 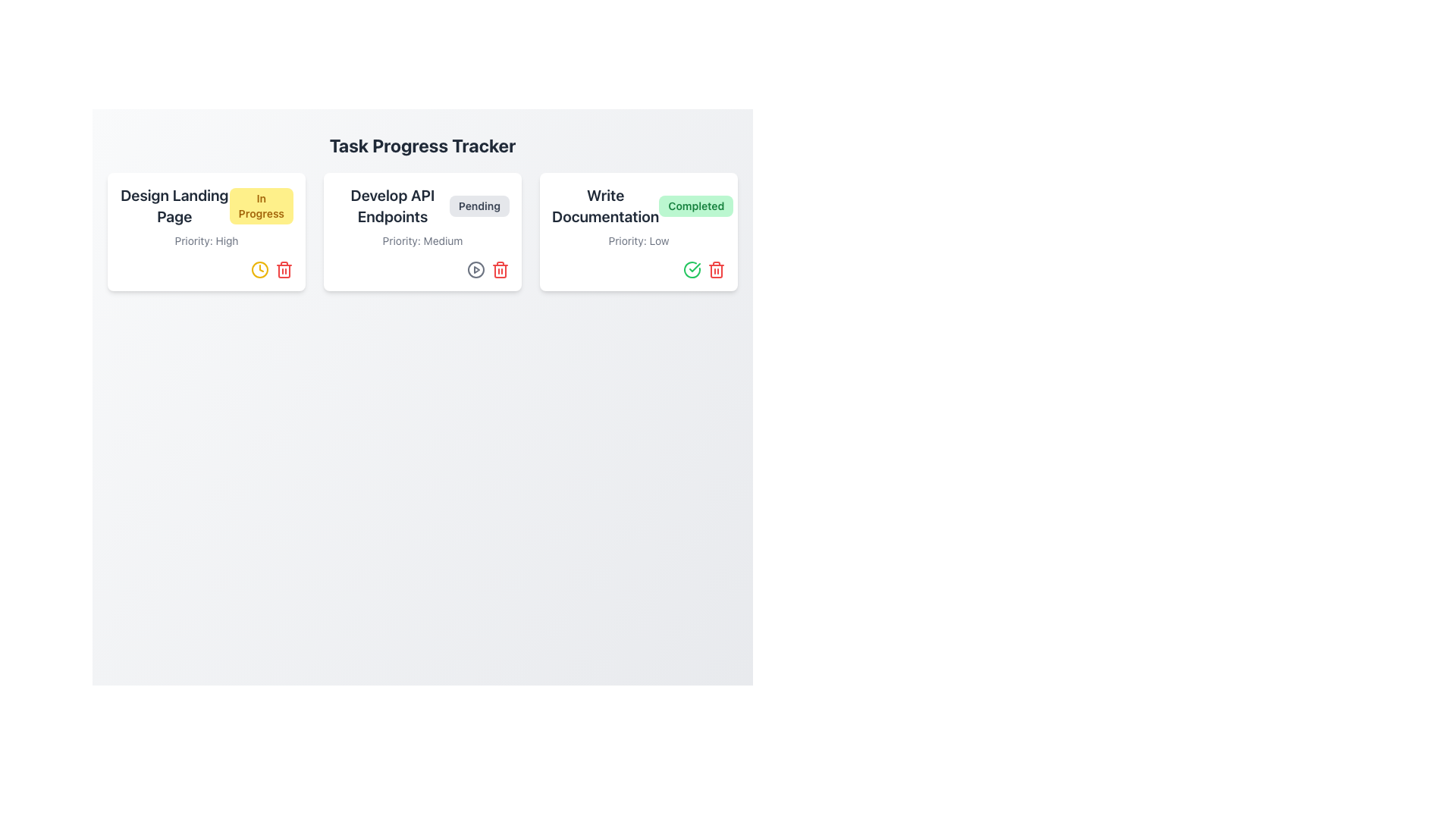 What do you see at coordinates (695, 206) in the screenshot?
I see `the green badge labeled 'Completed', which is located at the top-right corner of the 'Write Documentation' task card` at bounding box center [695, 206].